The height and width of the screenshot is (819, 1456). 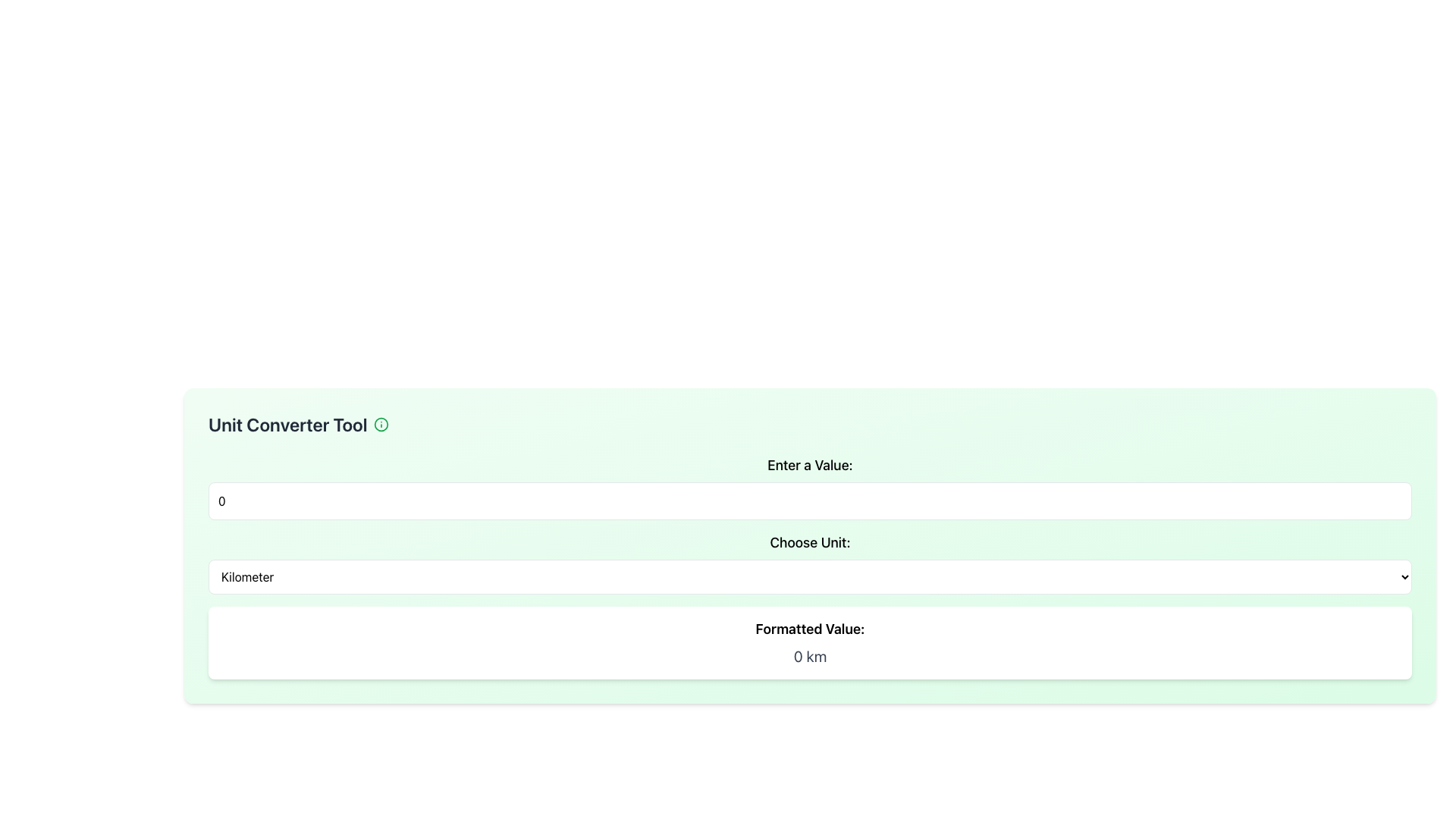 I want to click on the dropdown menu labeled 'Choose Unit:', so click(x=809, y=576).